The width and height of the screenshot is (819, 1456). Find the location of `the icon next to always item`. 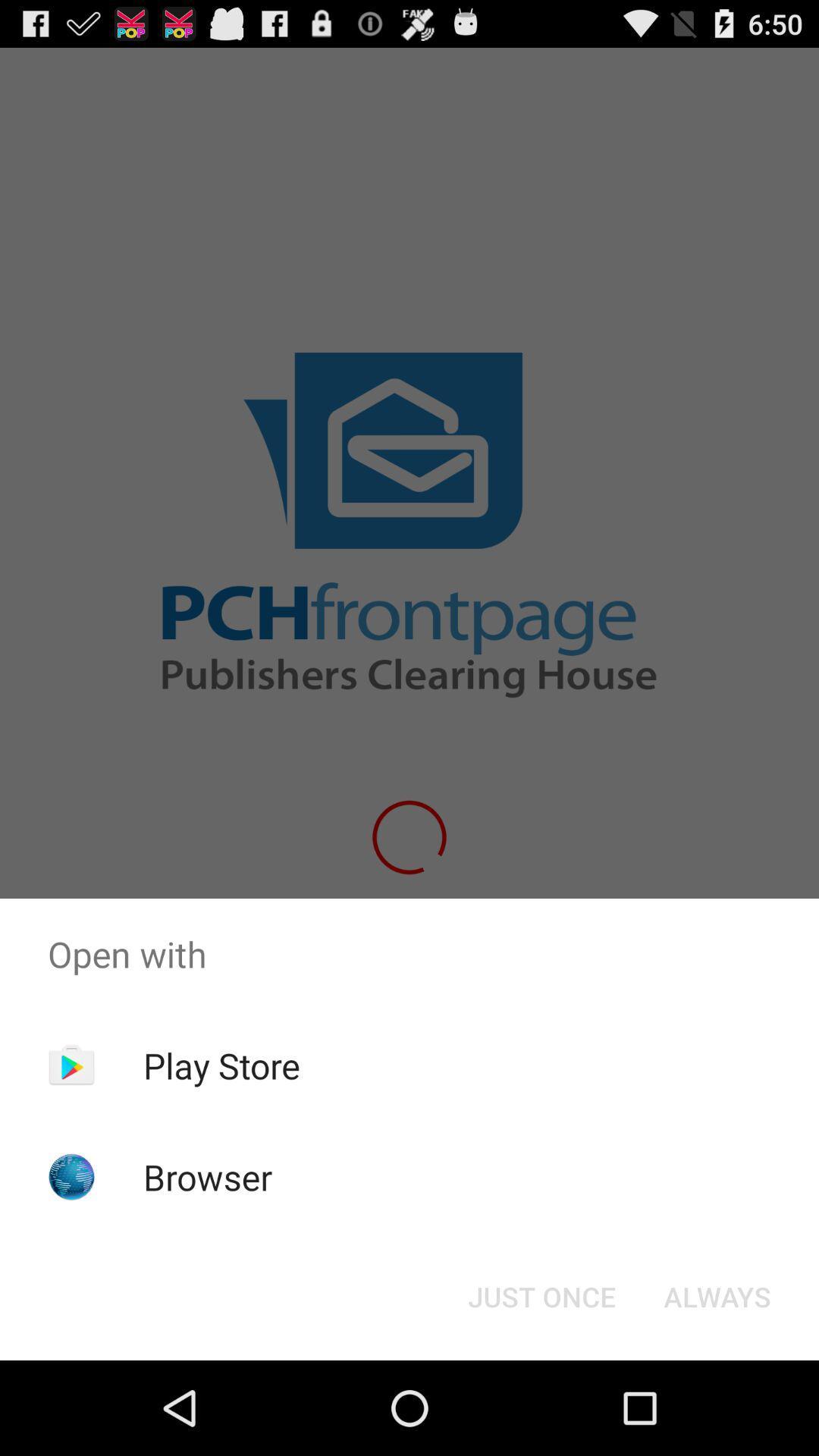

the icon next to always item is located at coordinates (541, 1295).